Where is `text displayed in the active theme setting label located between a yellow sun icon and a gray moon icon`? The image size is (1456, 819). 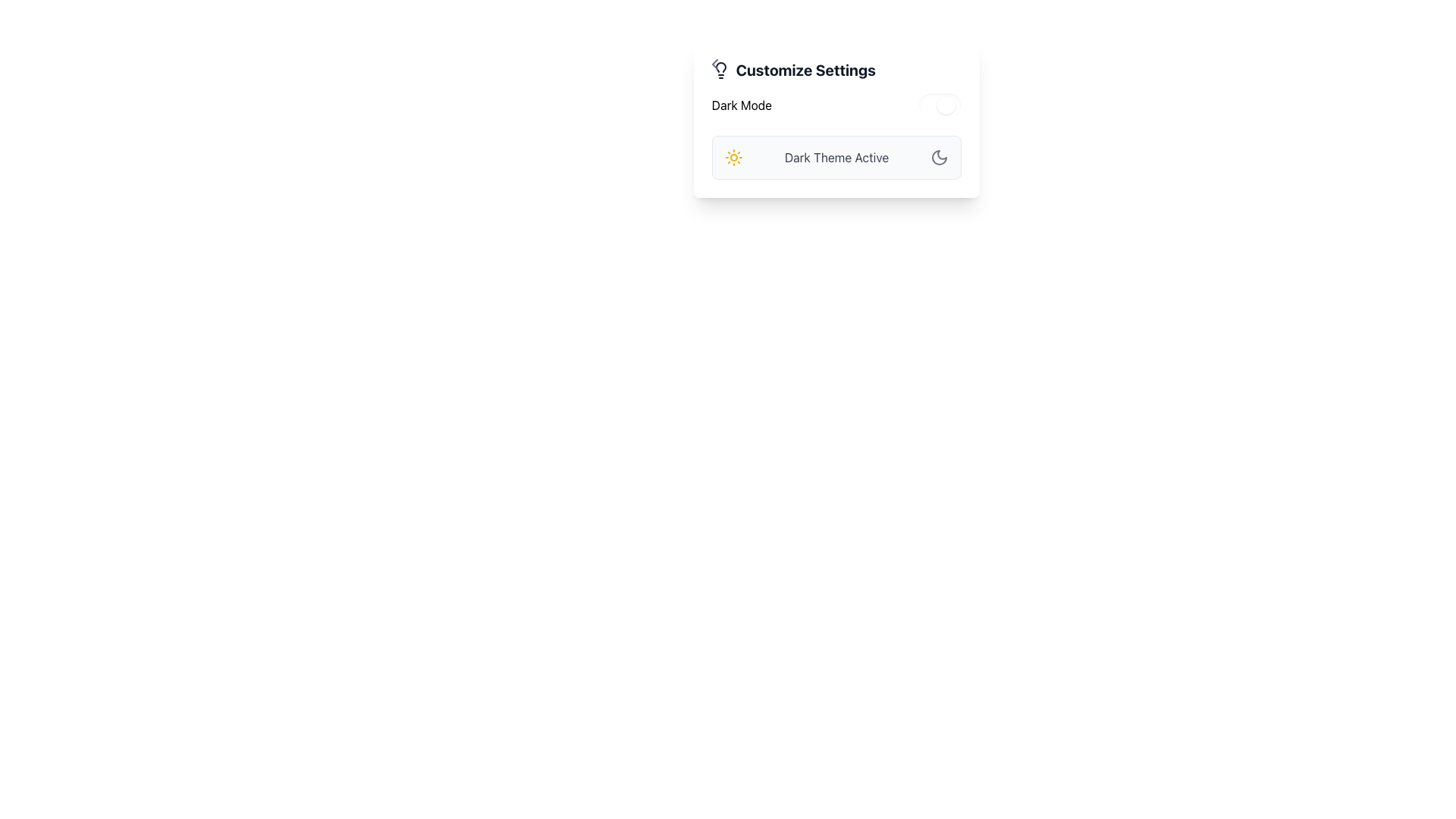 text displayed in the active theme setting label located between a yellow sun icon and a gray moon icon is located at coordinates (836, 158).